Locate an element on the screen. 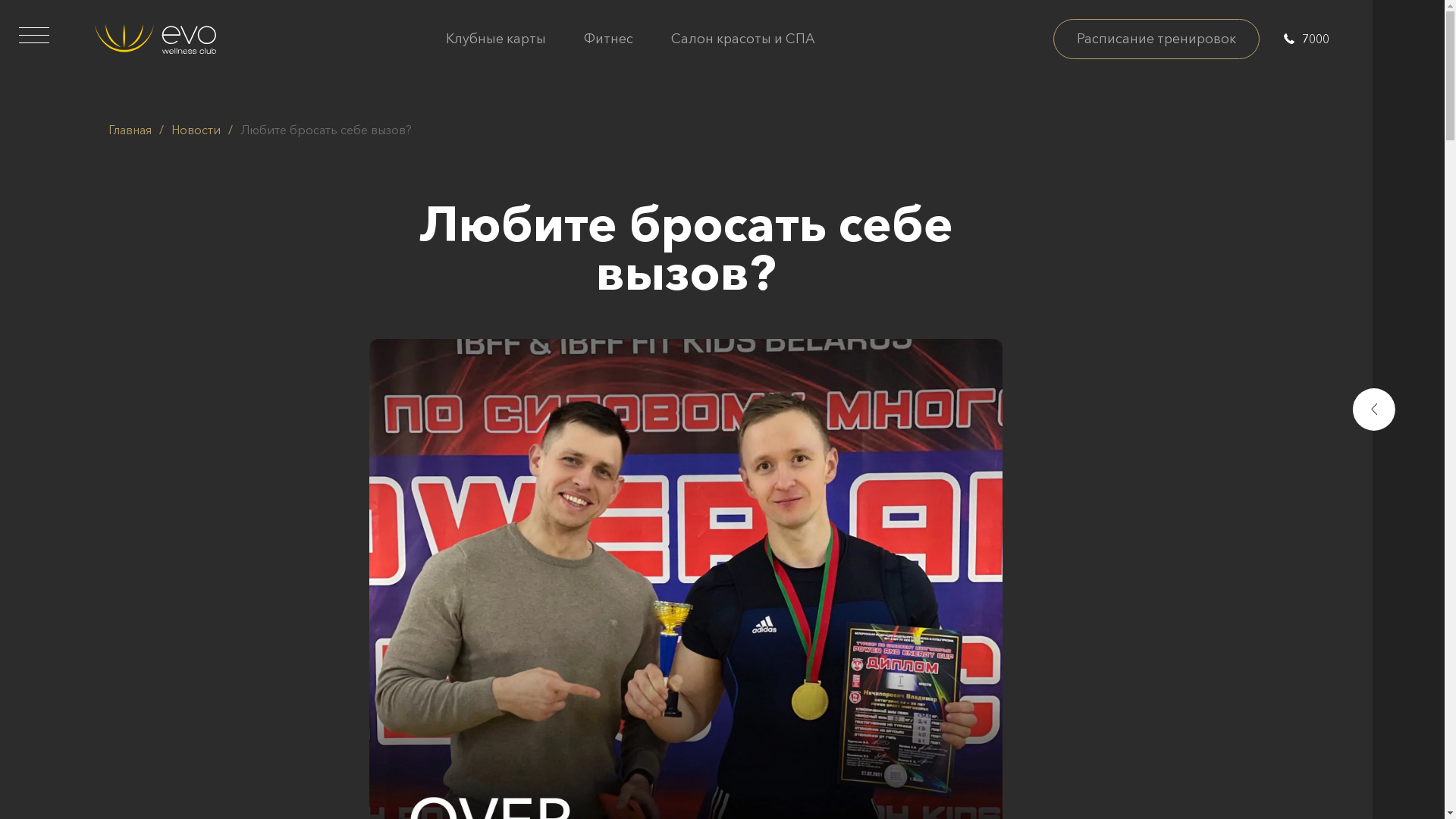 This screenshot has width=1456, height=819. '7000' is located at coordinates (1306, 37).